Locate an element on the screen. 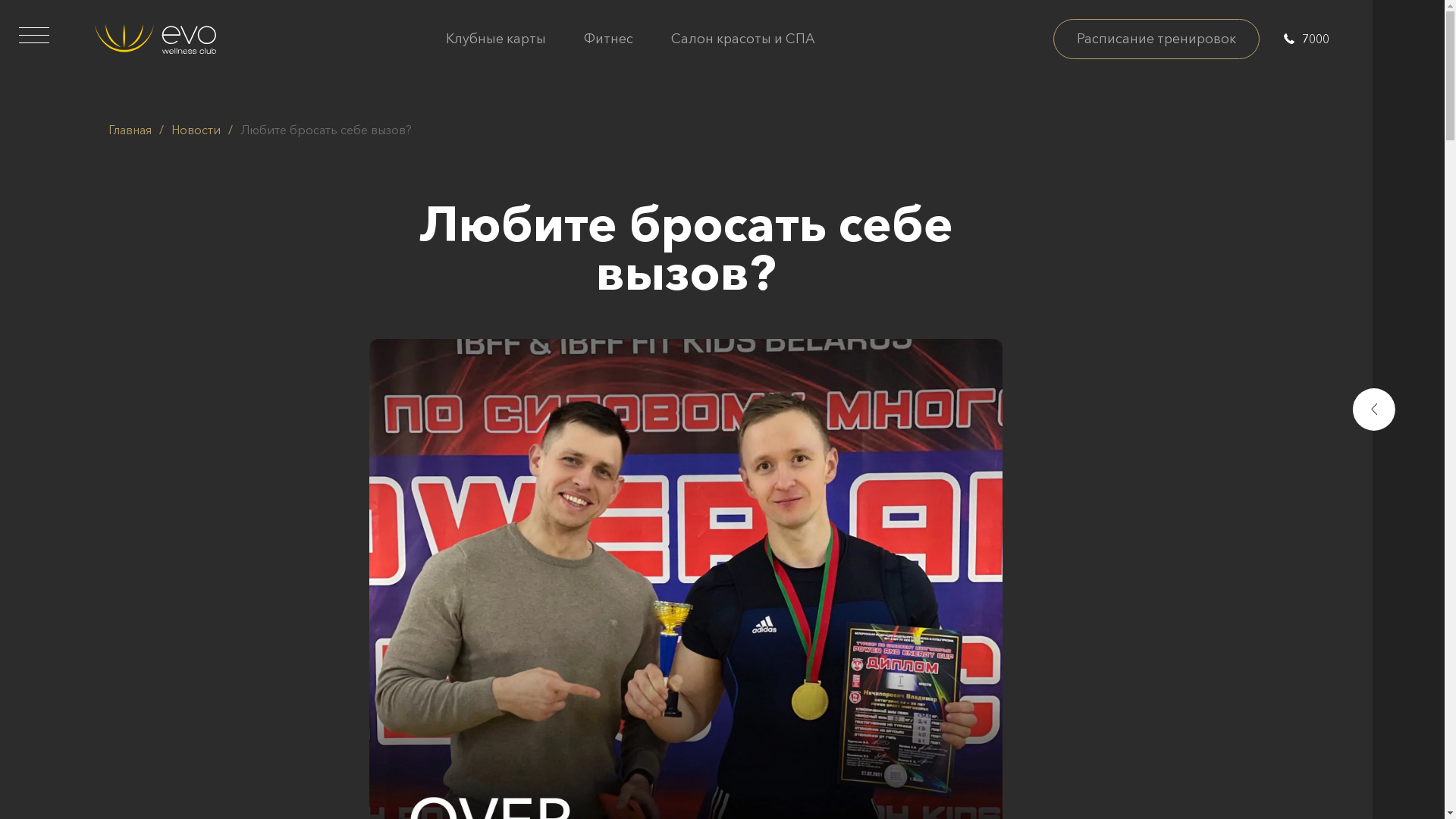 This screenshot has width=1456, height=819. '7000' is located at coordinates (1306, 37).